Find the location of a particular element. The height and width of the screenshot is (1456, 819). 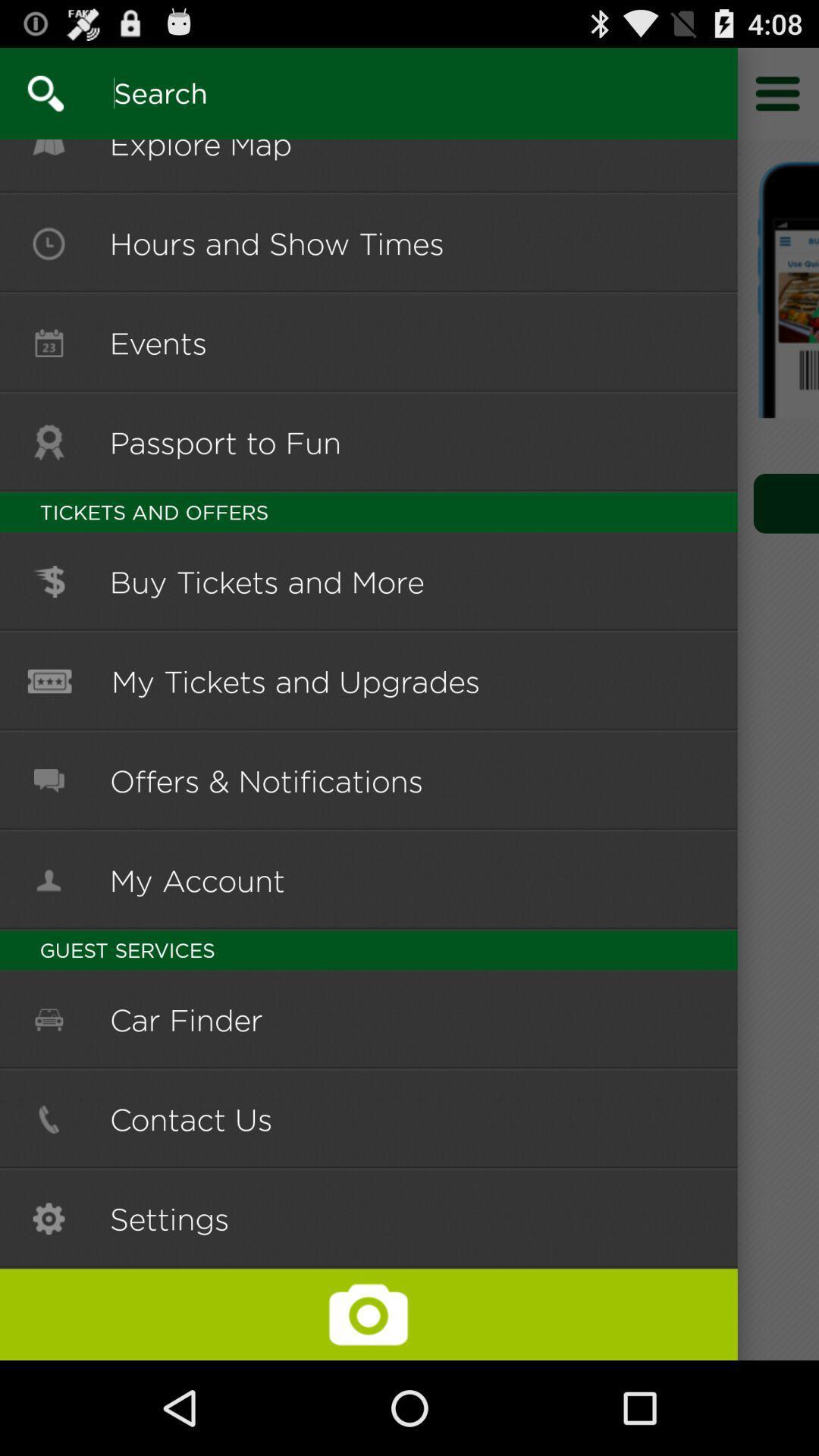

search is located at coordinates (359, 93).